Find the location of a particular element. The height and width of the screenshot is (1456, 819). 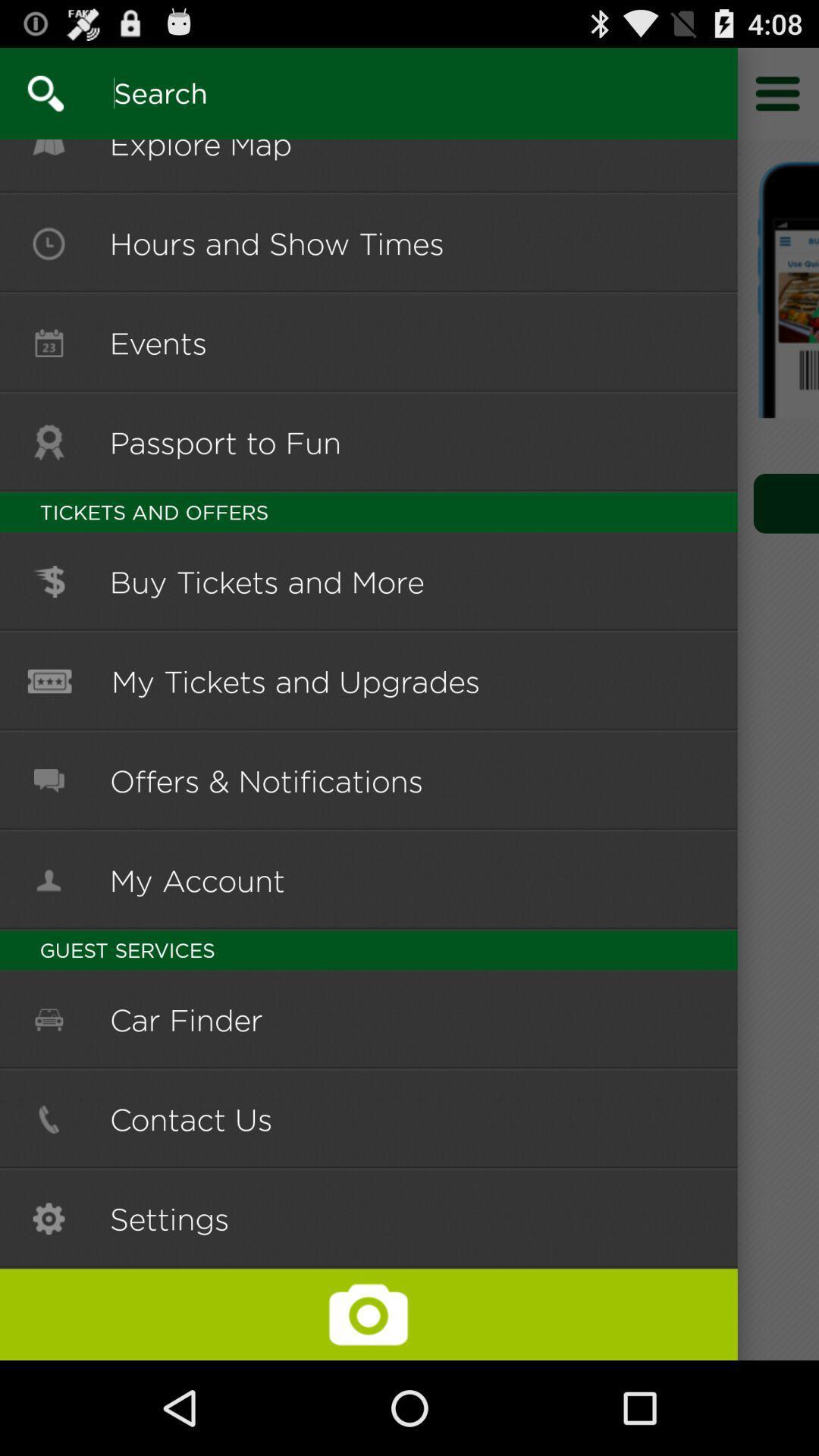

search is located at coordinates (359, 93).